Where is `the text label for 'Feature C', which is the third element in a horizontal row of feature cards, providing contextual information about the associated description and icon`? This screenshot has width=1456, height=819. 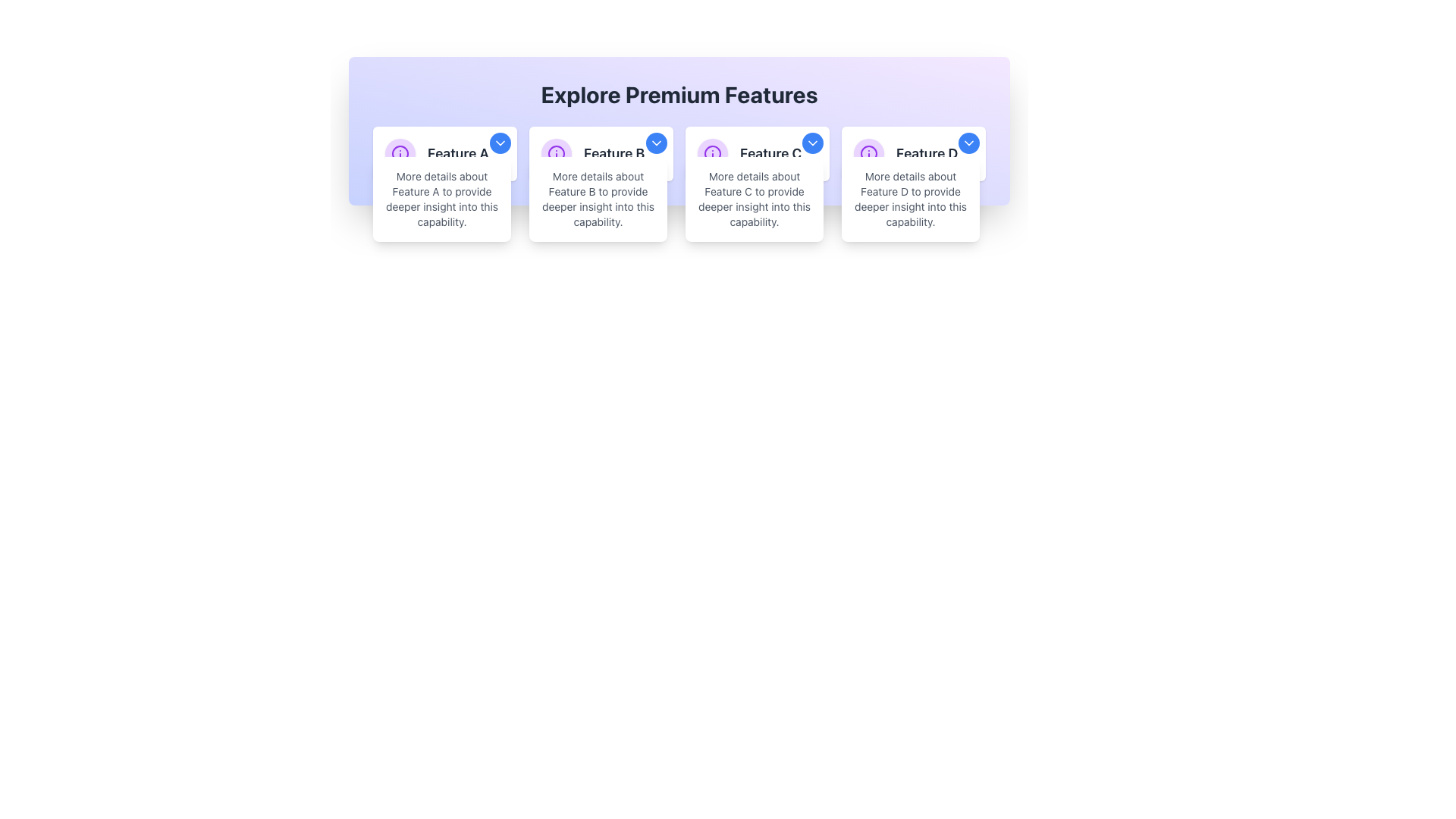 the text label for 'Feature C', which is the third element in a horizontal row of feature cards, providing contextual information about the associated description and icon is located at coordinates (770, 154).